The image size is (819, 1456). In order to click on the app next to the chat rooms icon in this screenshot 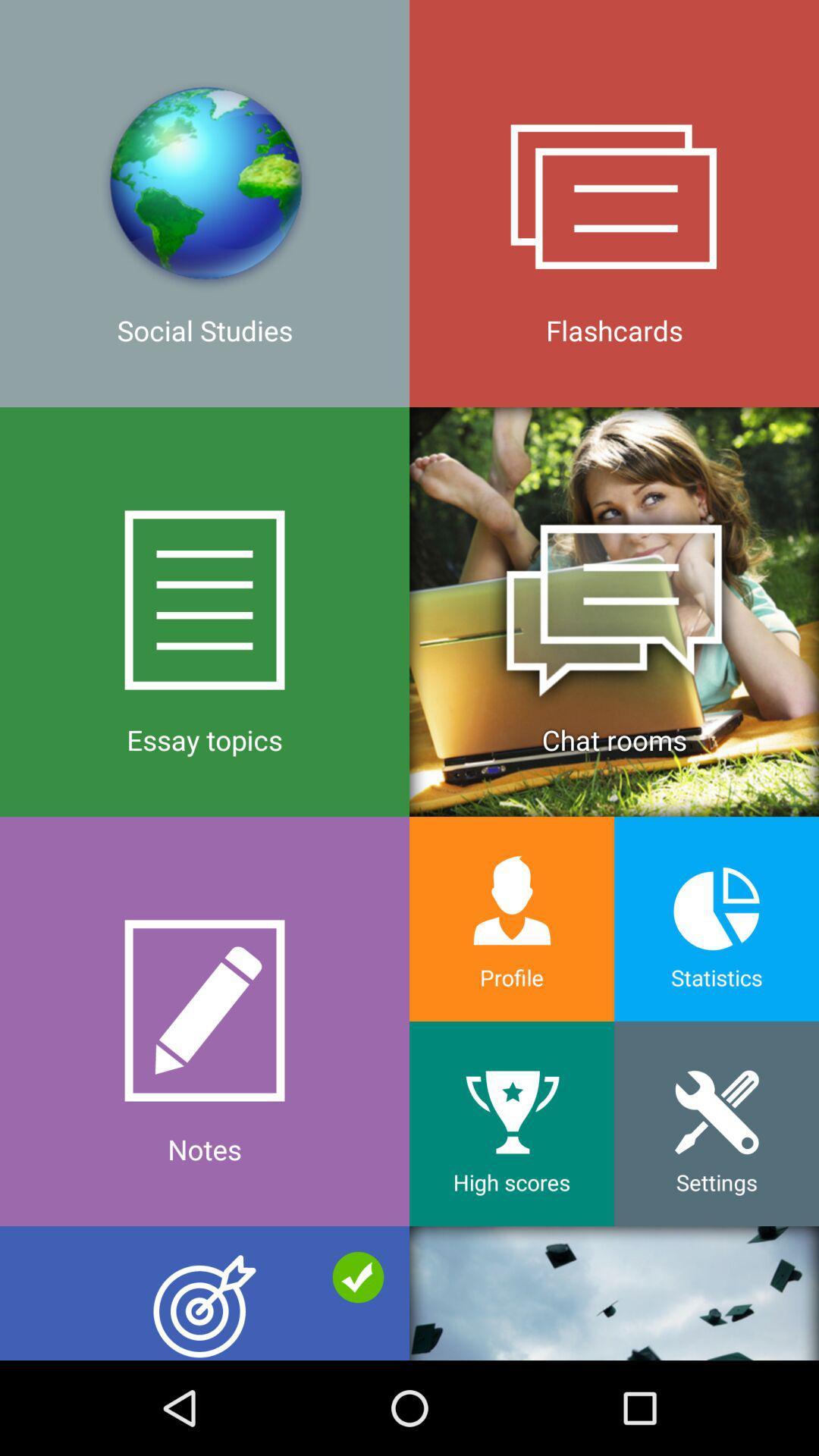, I will do `click(205, 1021)`.